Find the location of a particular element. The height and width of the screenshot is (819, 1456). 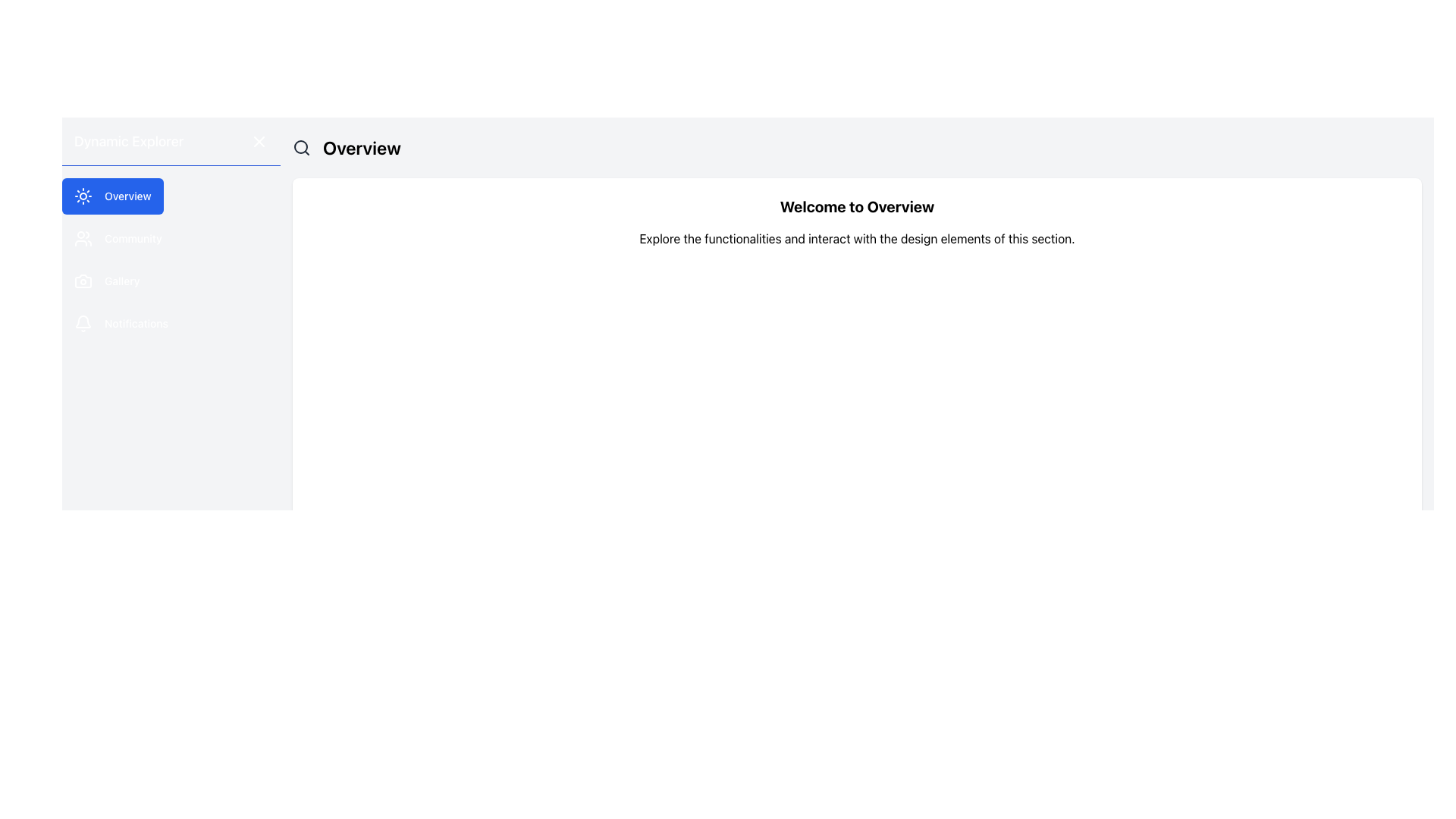

the circular part of the SVG magnifying glass icon located near the 'Overview' text in the upper center-right area of the interface is located at coordinates (301, 146).